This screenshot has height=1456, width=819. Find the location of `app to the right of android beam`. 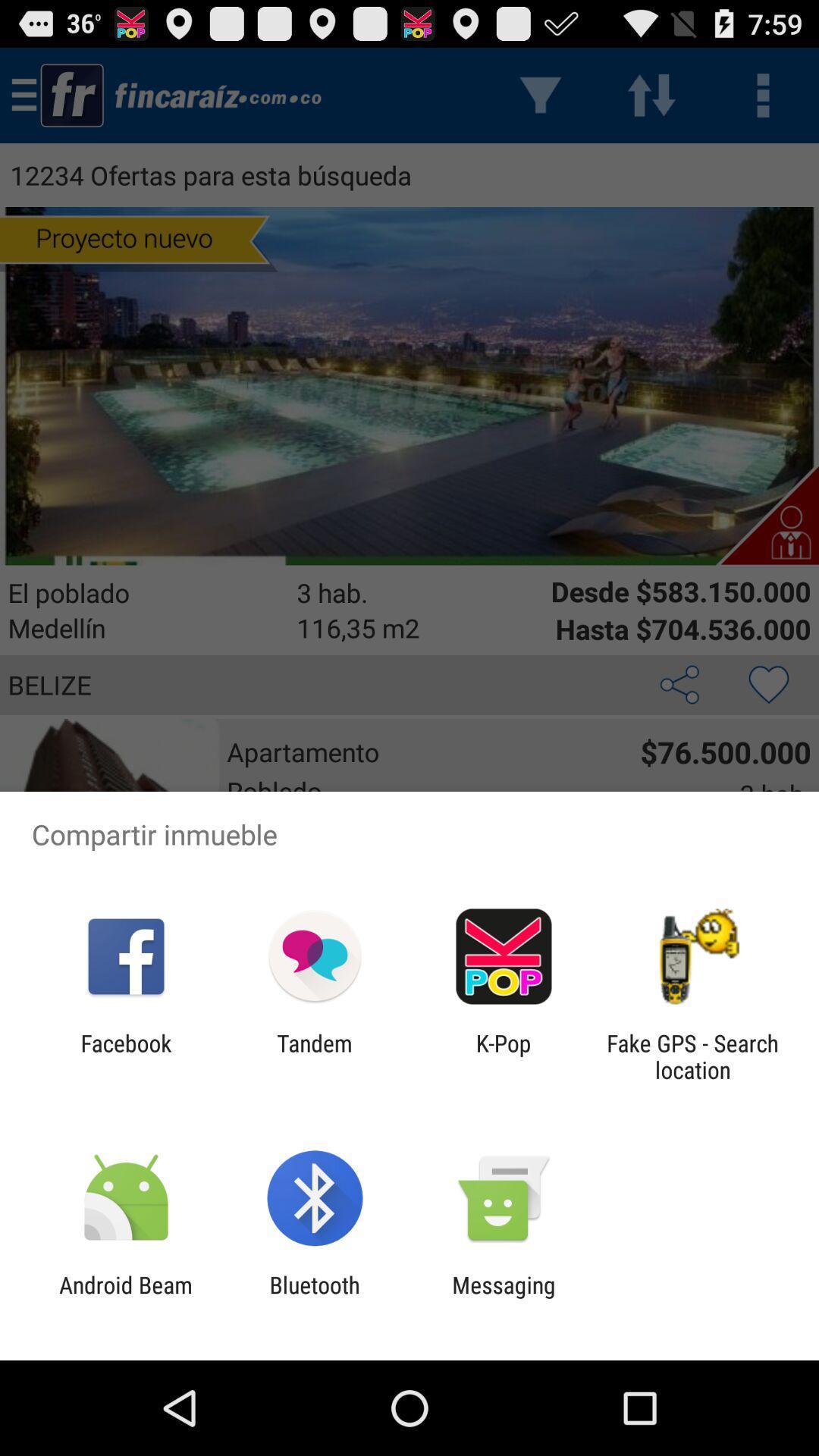

app to the right of android beam is located at coordinates (314, 1298).